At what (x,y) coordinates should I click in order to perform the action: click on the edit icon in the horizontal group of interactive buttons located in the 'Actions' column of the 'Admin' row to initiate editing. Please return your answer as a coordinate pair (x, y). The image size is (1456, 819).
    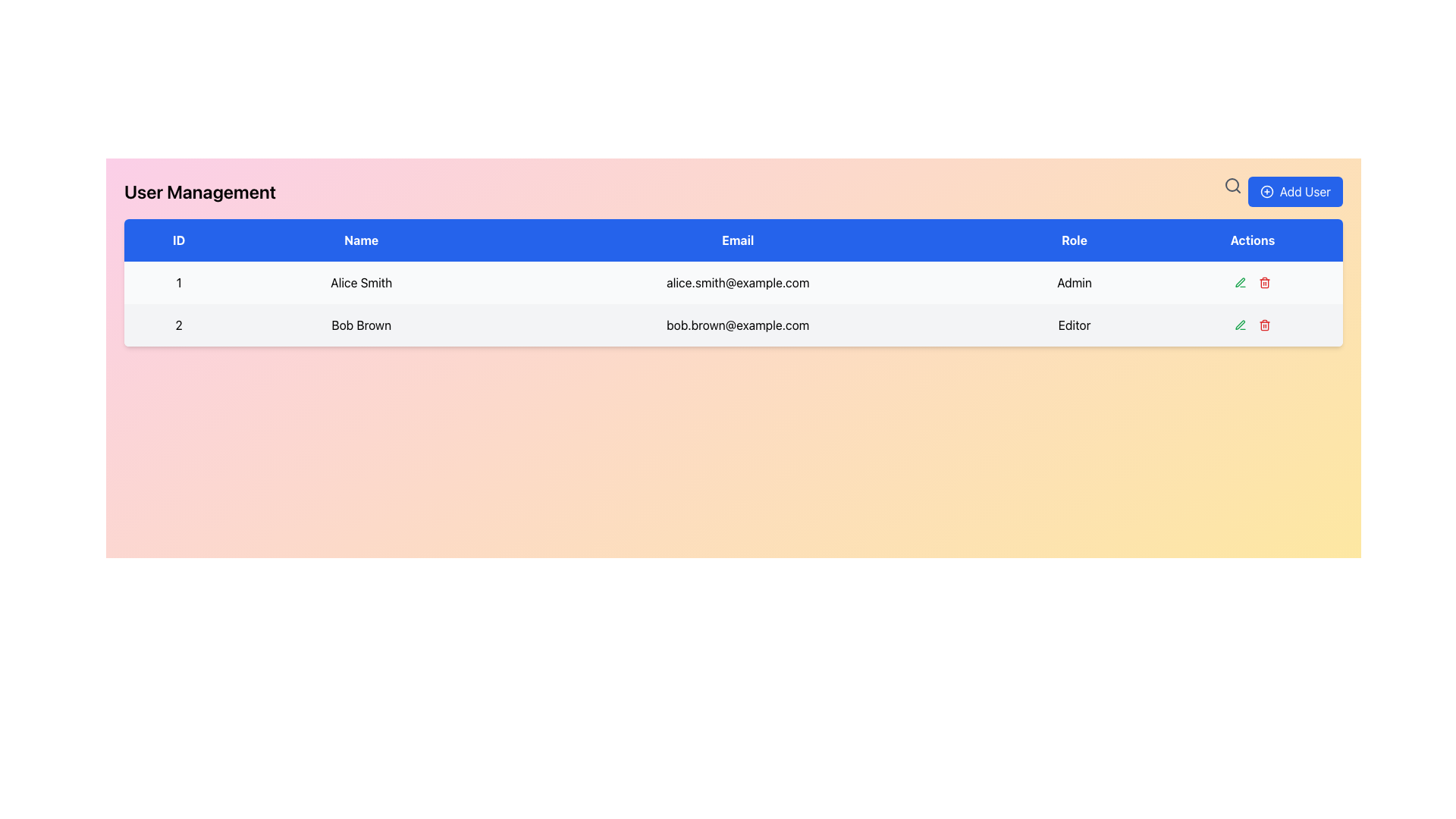
    Looking at the image, I should click on (1252, 283).